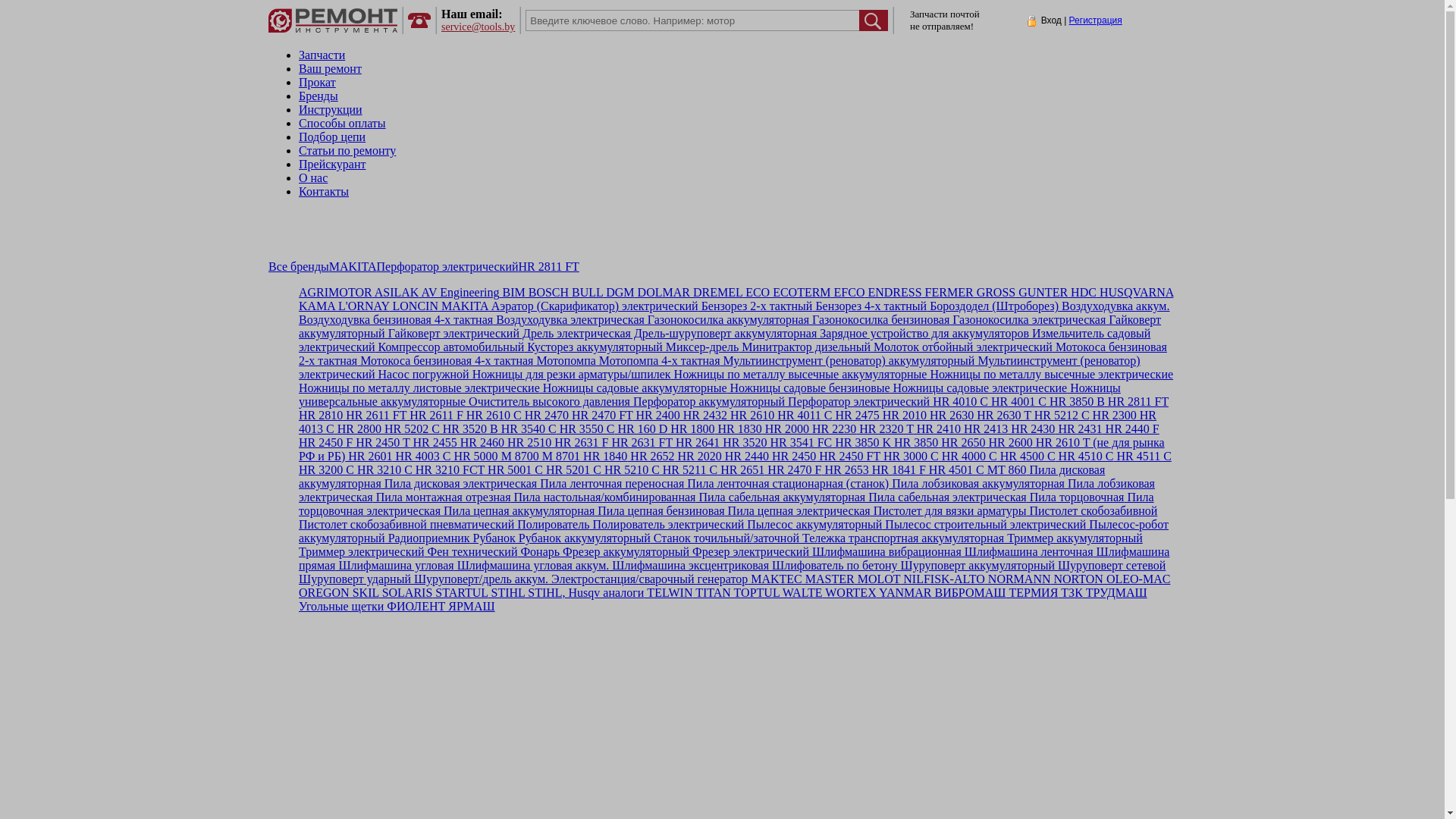 The width and height of the screenshot is (1456, 819). Describe the element at coordinates (406, 415) in the screenshot. I see `'HR 2611 F'` at that location.